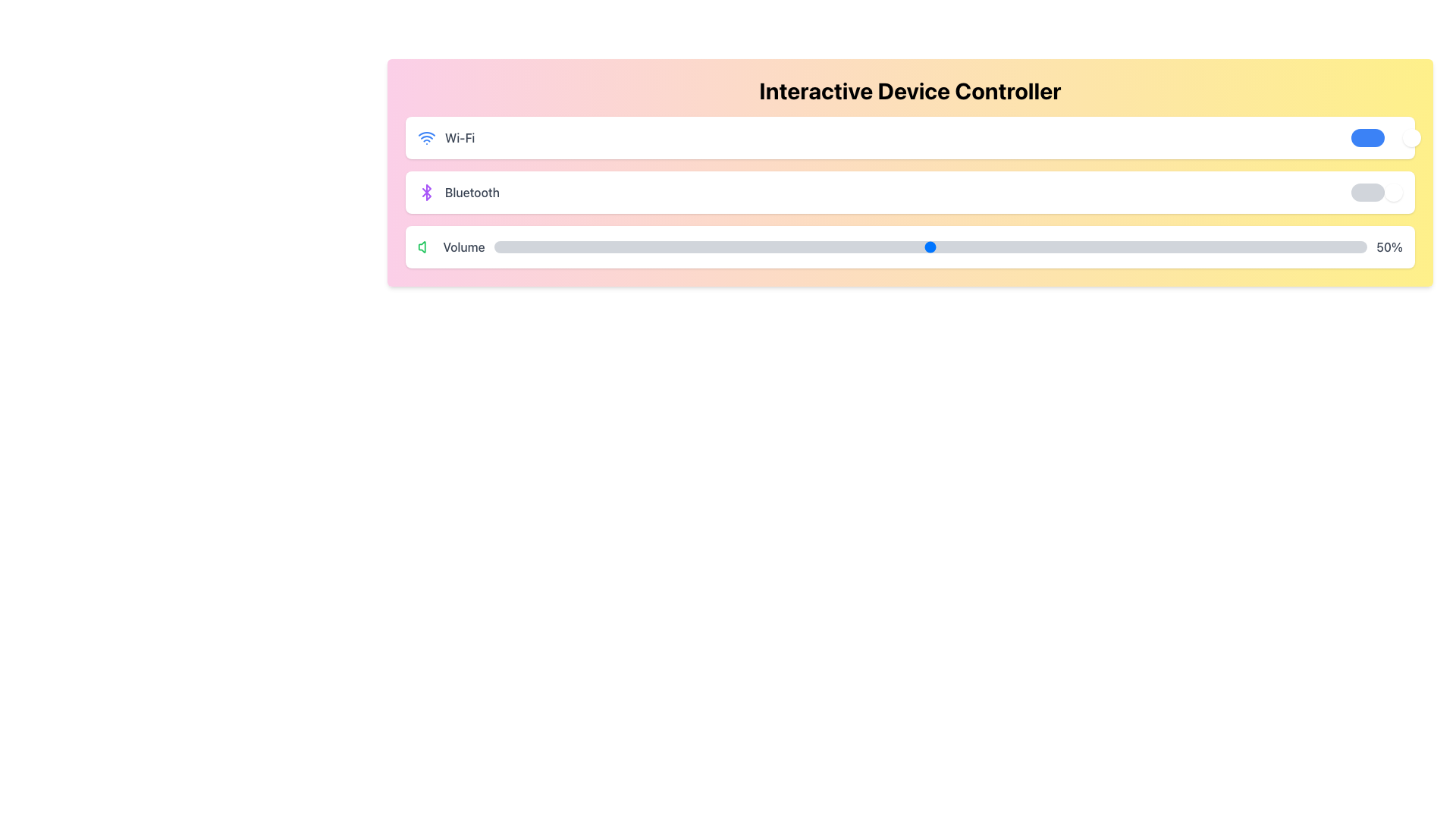 The height and width of the screenshot is (819, 1456). Describe the element at coordinates (1052, 246) in the screenshot. I see `the volume` at that location.